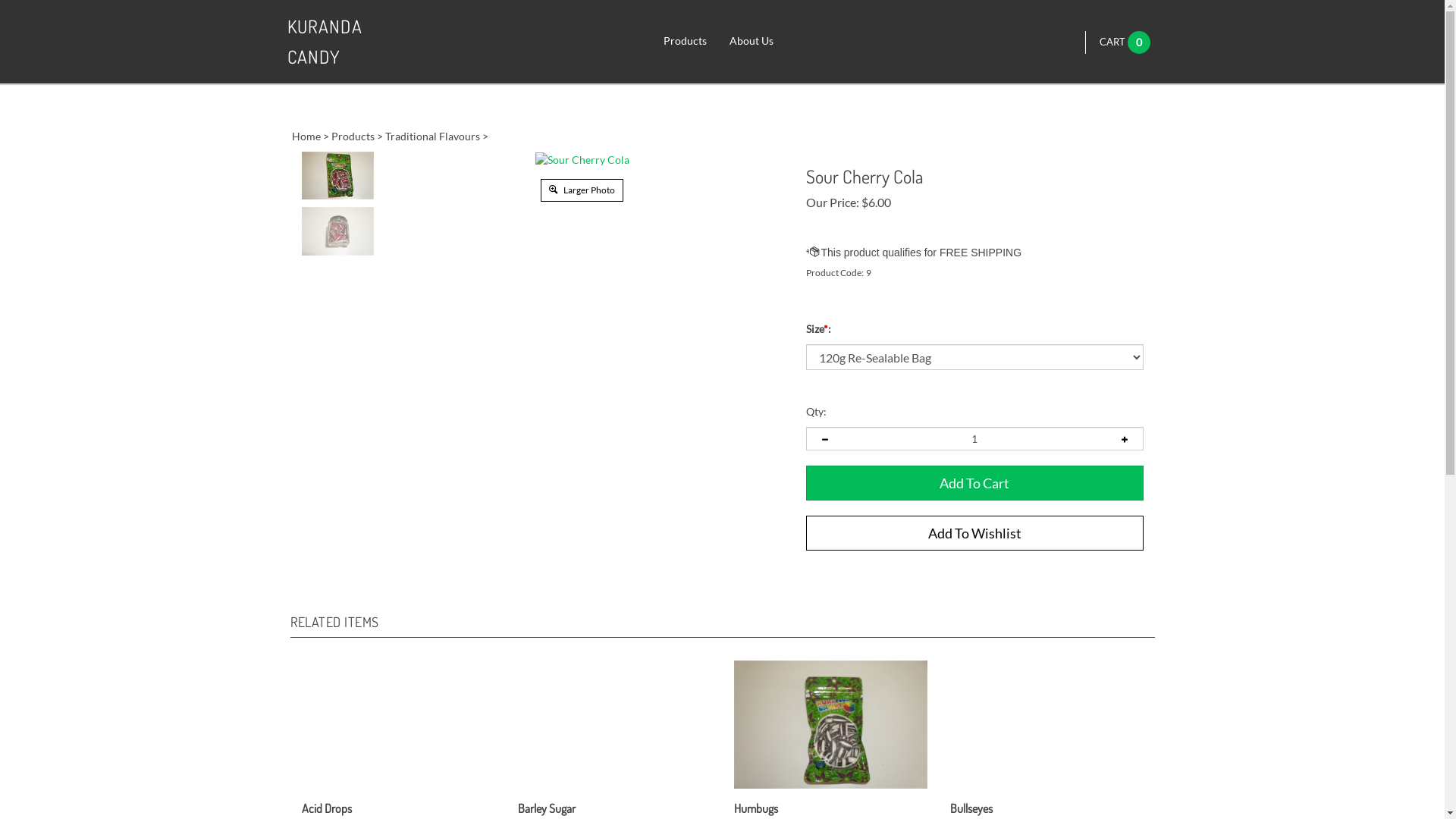 The image size is (1456, 819). Describe the element at coordinates (326, 808) in the screenshot. I see `'Acid Drops'` at that location.